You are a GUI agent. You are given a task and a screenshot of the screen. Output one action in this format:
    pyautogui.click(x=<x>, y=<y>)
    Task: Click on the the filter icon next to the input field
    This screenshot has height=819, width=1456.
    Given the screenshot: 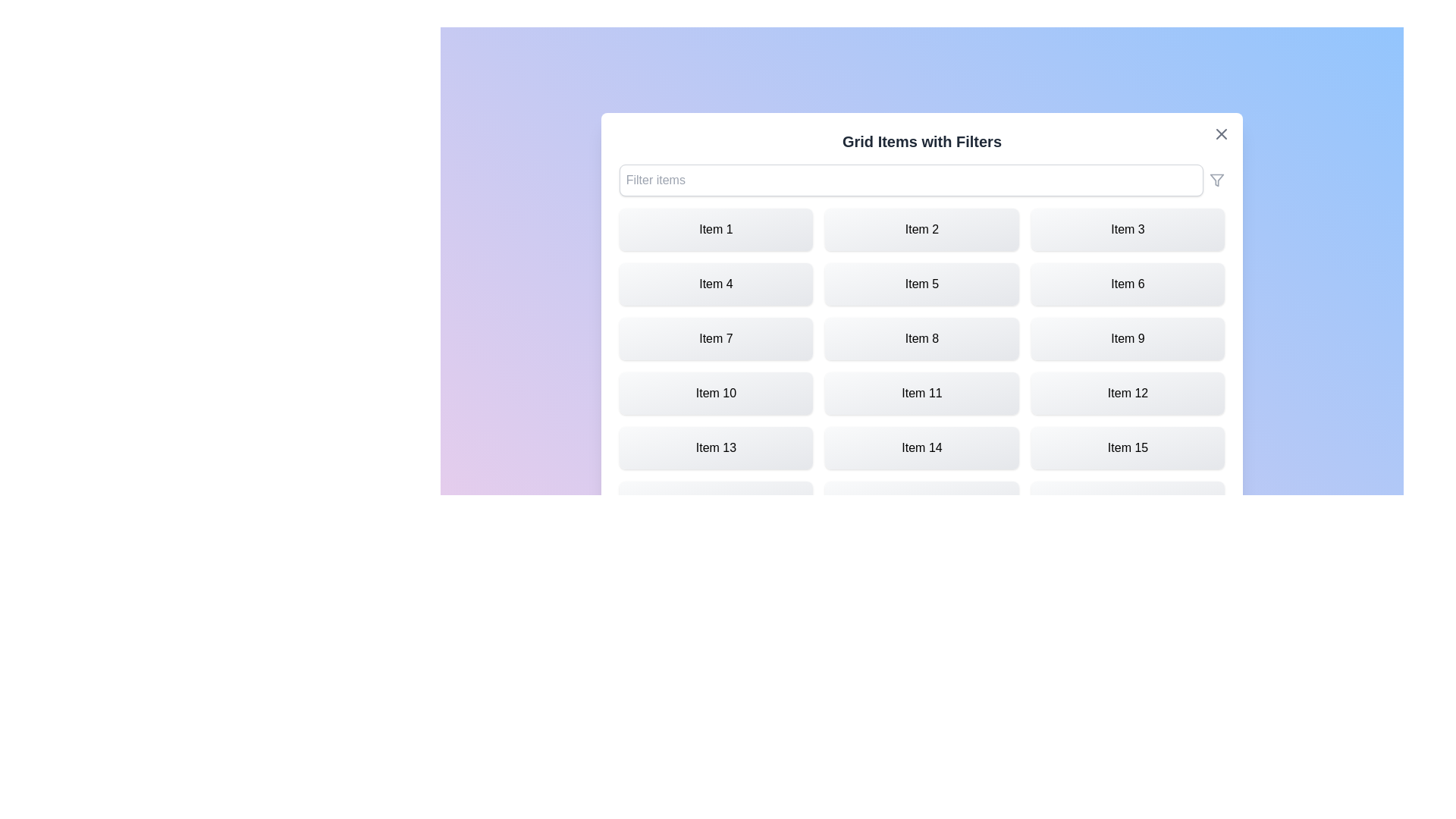 What is the action you would take?
    pyautogui.click(x=1217, y=180)
    